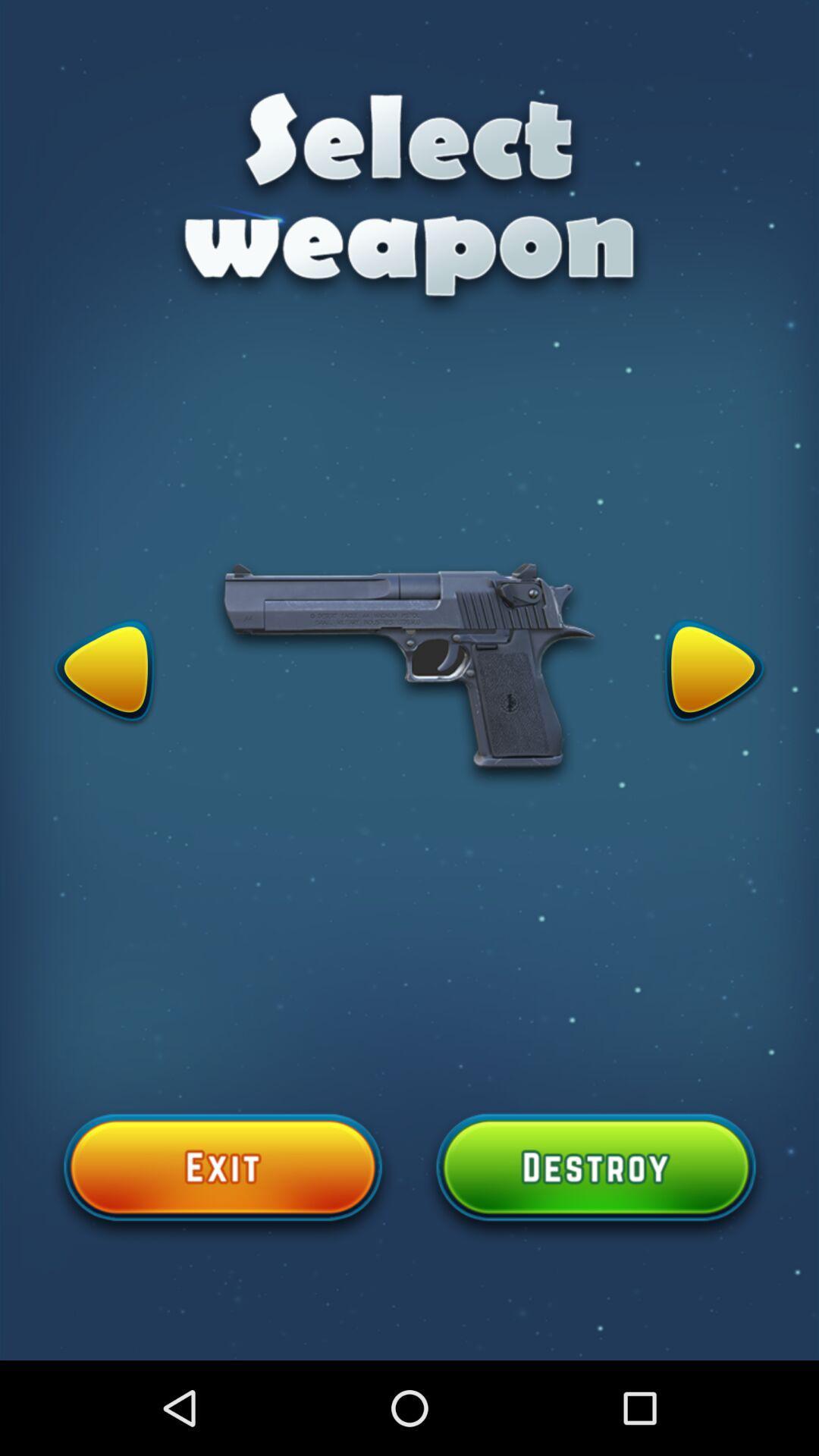 The width and height of the screenshot is (819, 1456). Describe the element at coordinates (104, 673) in the screenshot. I see `icon on the left` at that location.